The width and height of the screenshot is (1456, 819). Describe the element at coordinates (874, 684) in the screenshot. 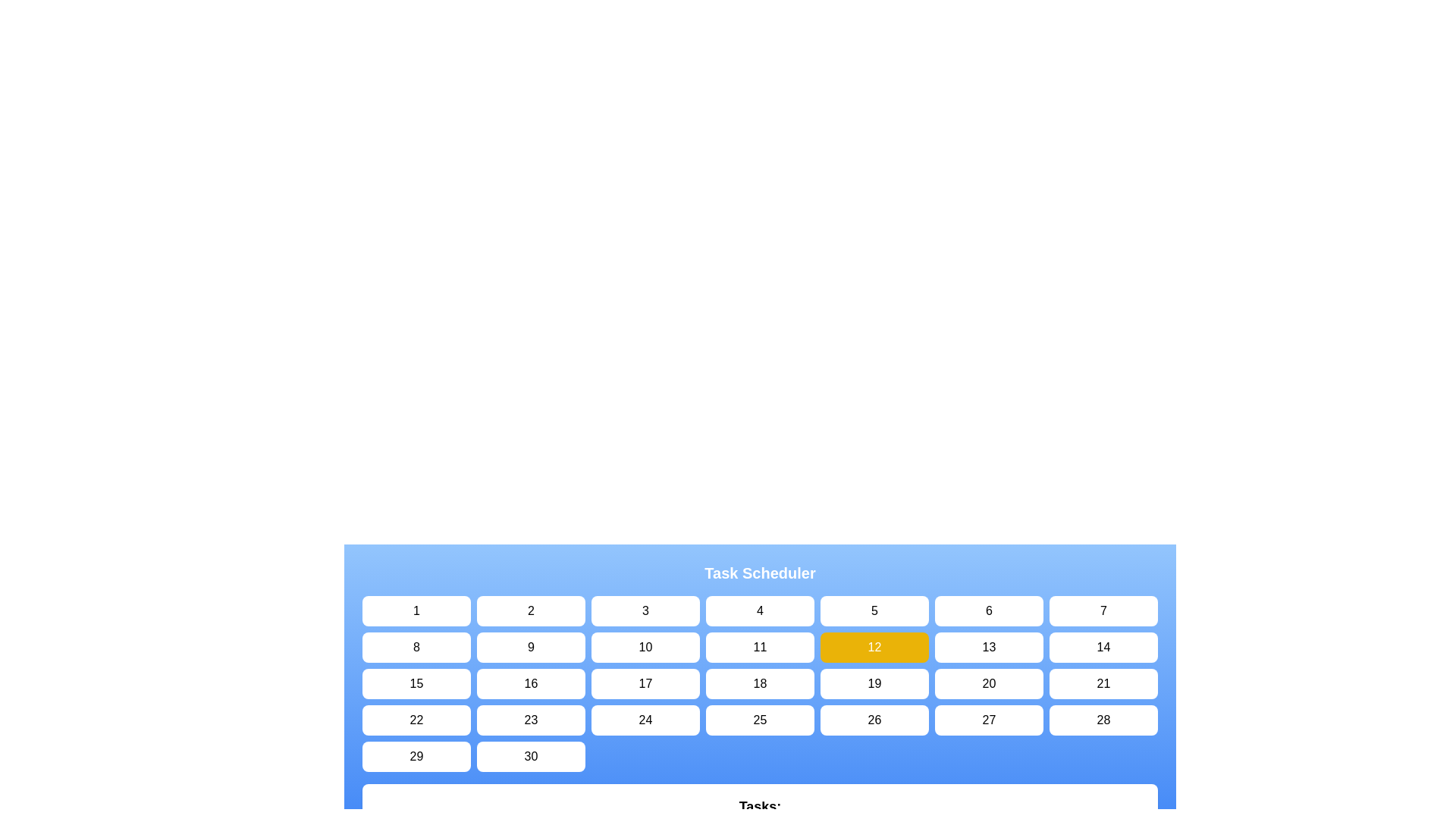

I see `the button labeled '19' which is part of a grid structure, located in the third row and fifth column. This button has a white background with black text and rounded corners, positioned below the button '12' and adjacent to buttons '18' and '20'` at that location.